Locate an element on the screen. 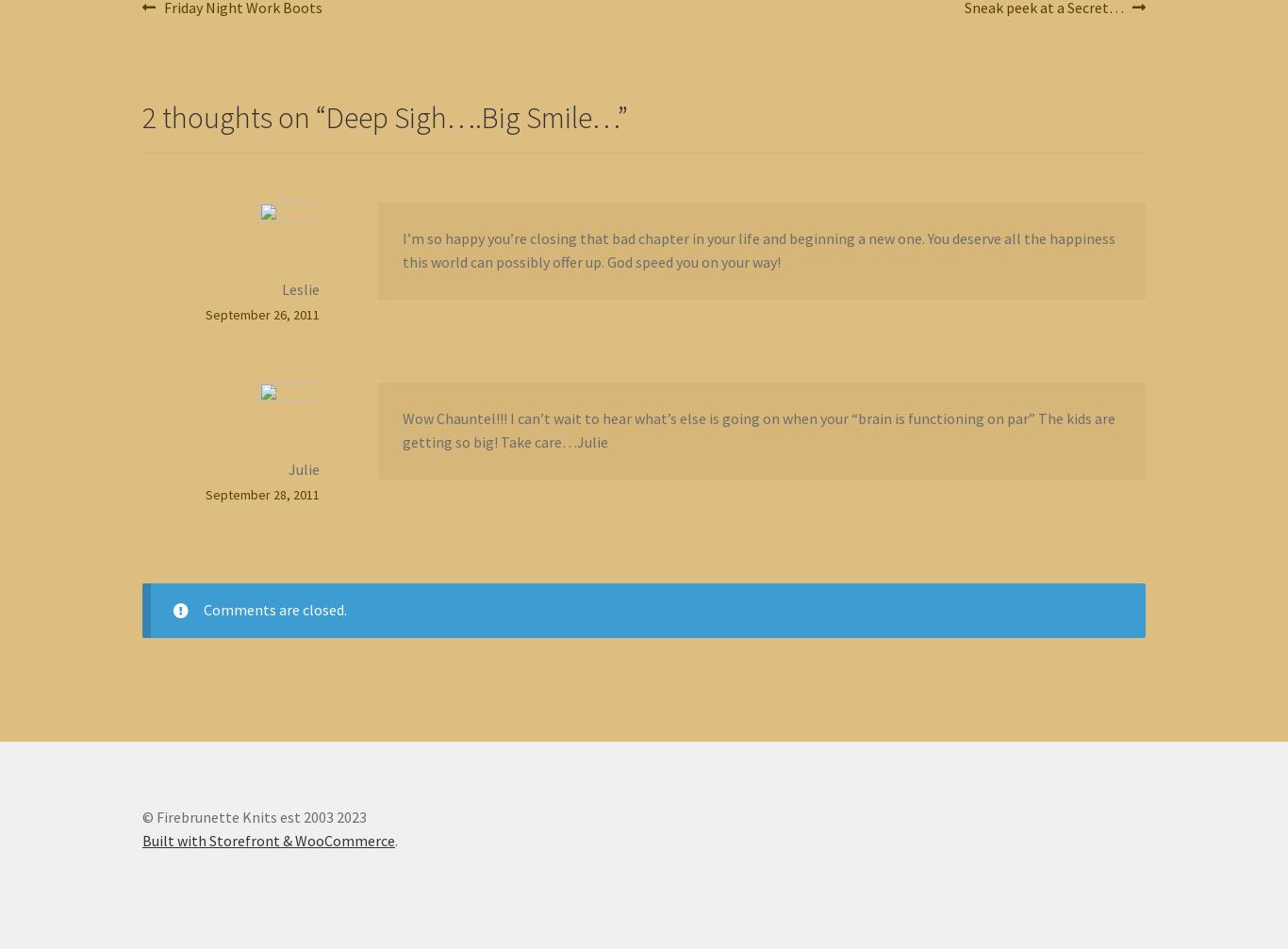 The image size is (1288, 949). 'Julie' is located at coordinates (303, 467).